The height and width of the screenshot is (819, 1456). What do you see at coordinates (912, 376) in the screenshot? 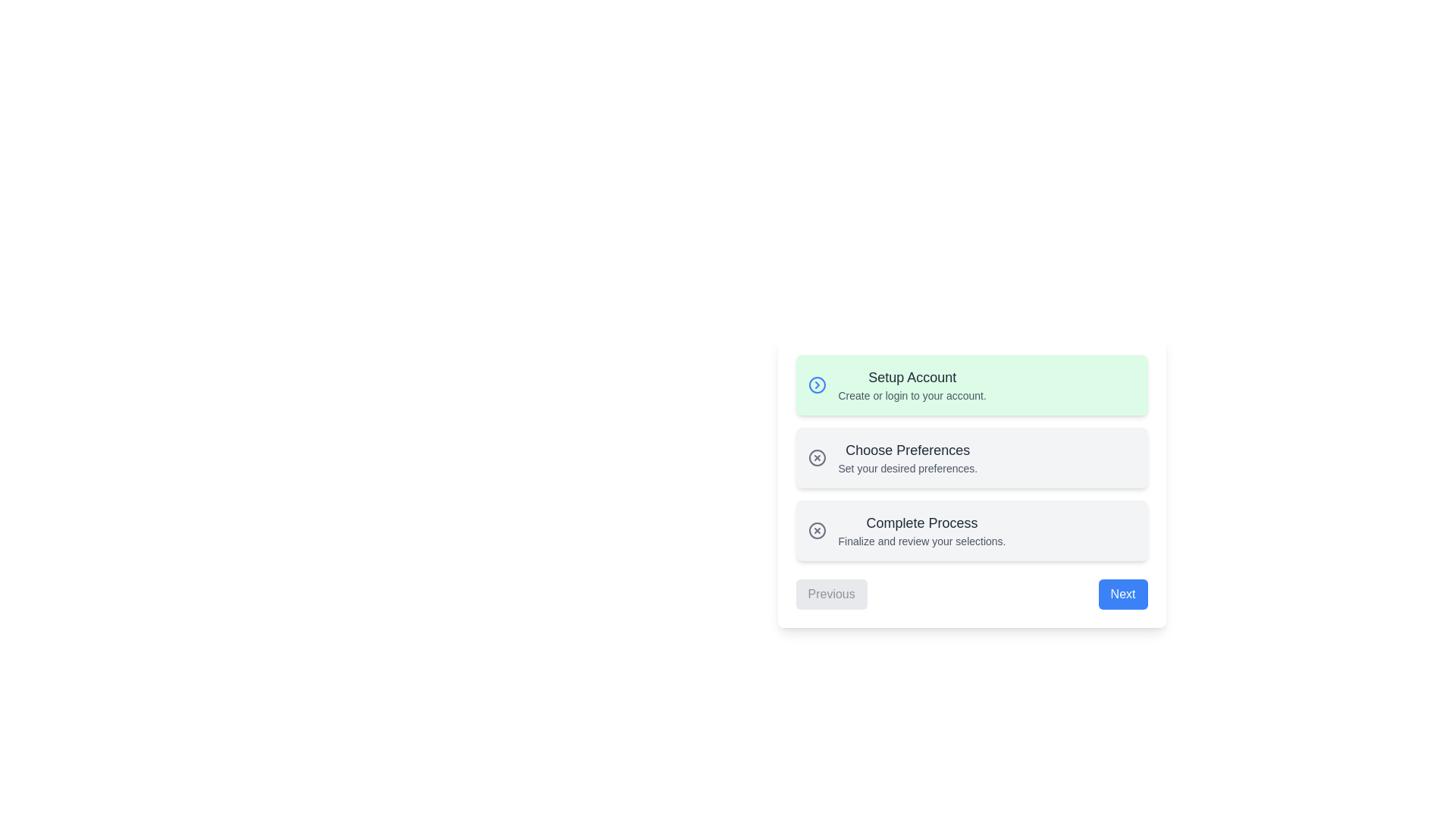
I see `the 'Setup Account' text label, which is styled with a bold font and dark color, located in the first section above the description text` at bounding box center [912, 376].